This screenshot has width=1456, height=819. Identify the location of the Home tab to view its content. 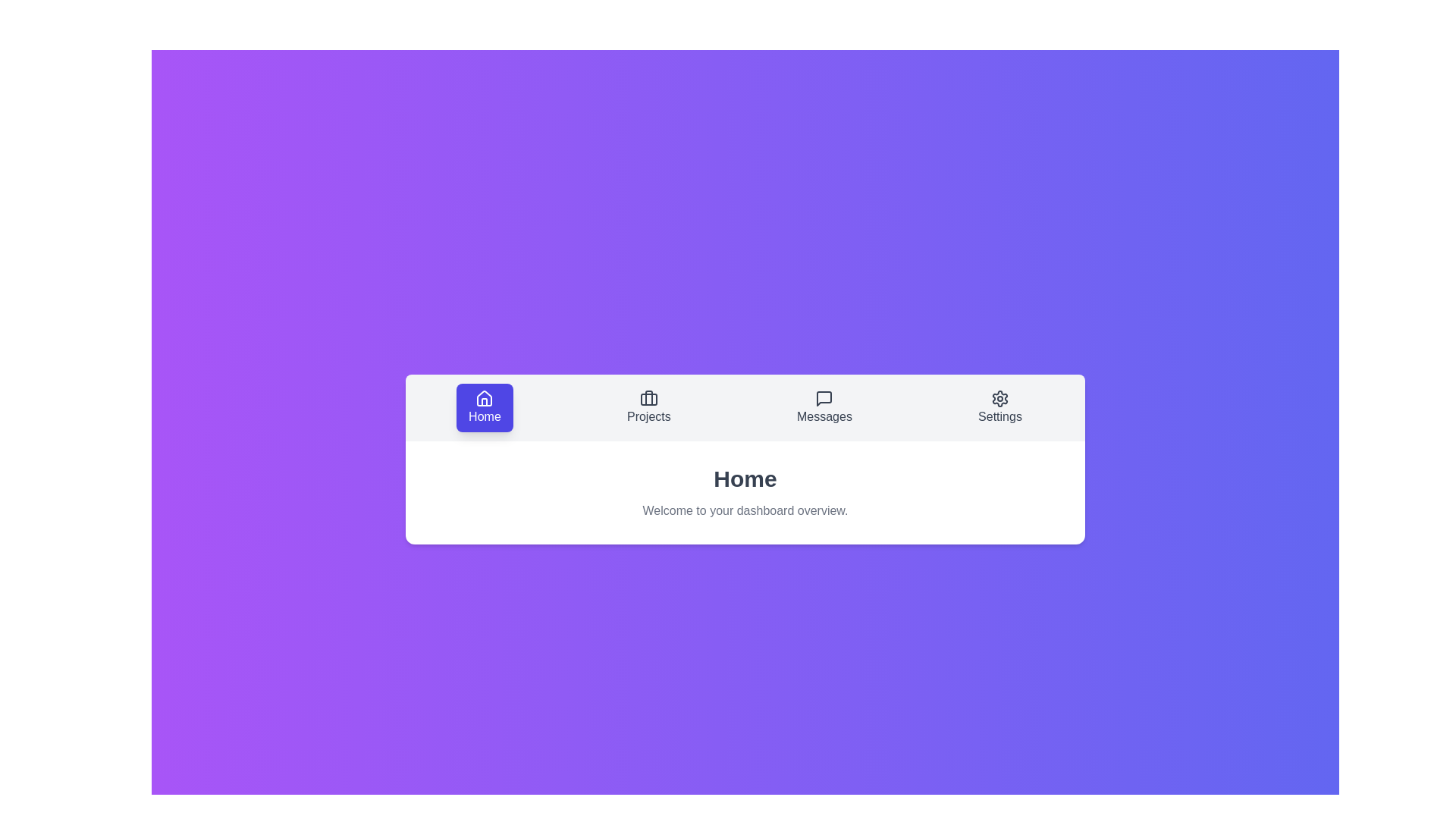
(483, 406).